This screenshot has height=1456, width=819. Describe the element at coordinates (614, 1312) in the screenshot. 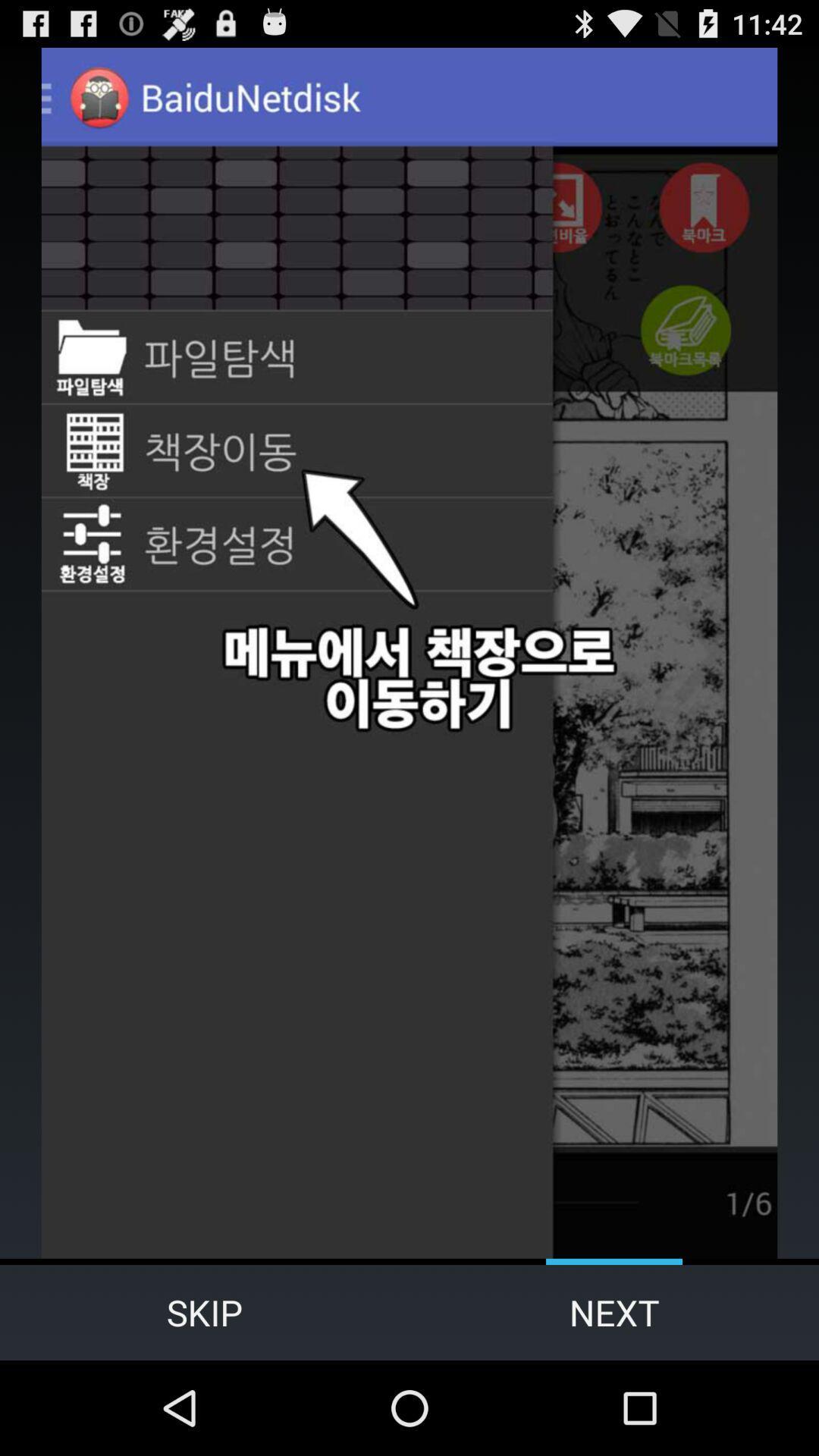

I see `the item to the right of the skip icon` at that location.